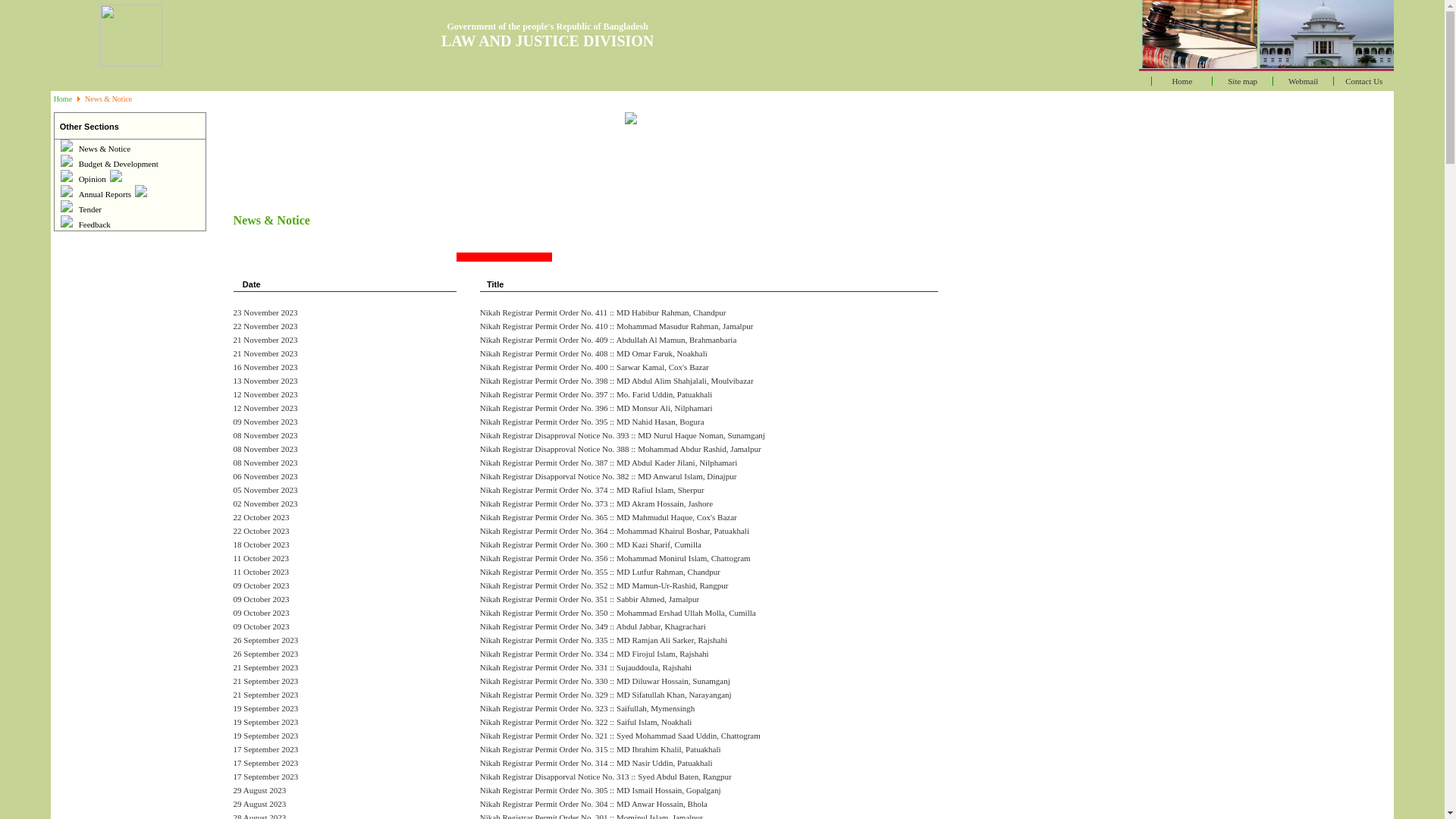 Image resolution: width=1456 pixels, height=819 pixels. What do you see at coordinates (89, 209) in the screenshot?
I see `'Tender'` at bounding box center [89, 209].